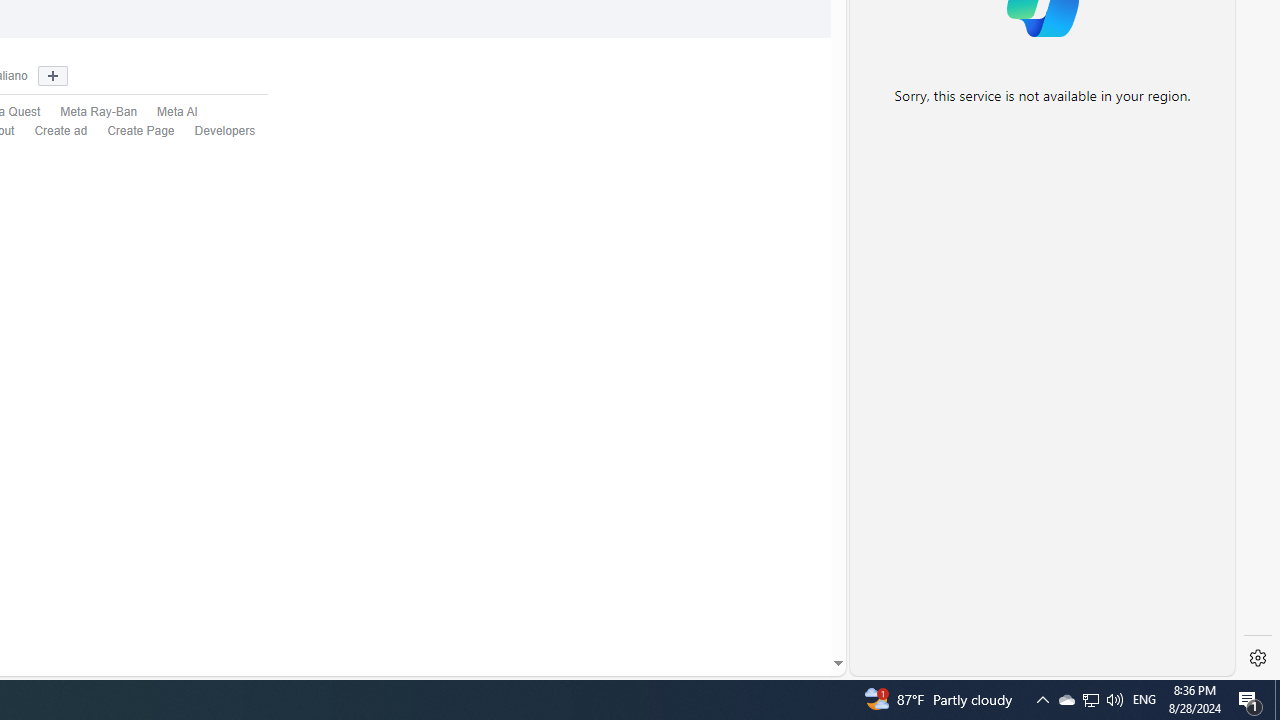  I want to click on 'Create Page', so click(130, 131).